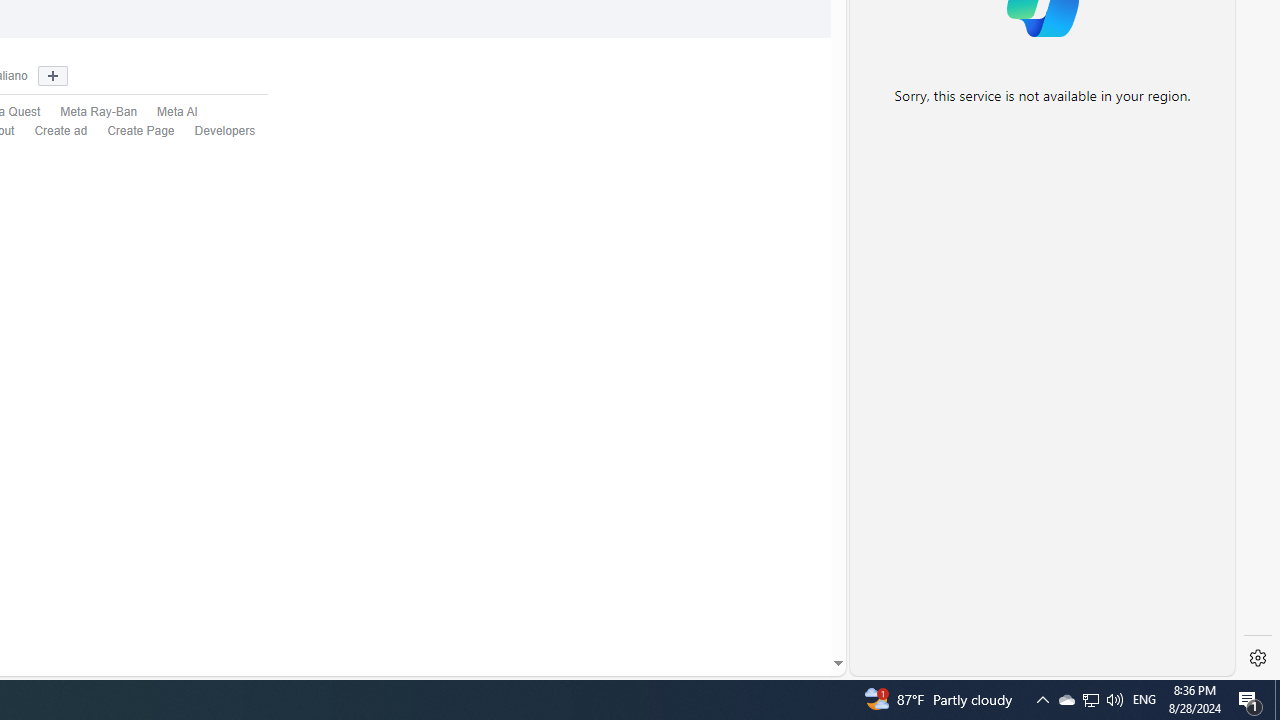  I want to click on 'Create Page', so click(130, 131).